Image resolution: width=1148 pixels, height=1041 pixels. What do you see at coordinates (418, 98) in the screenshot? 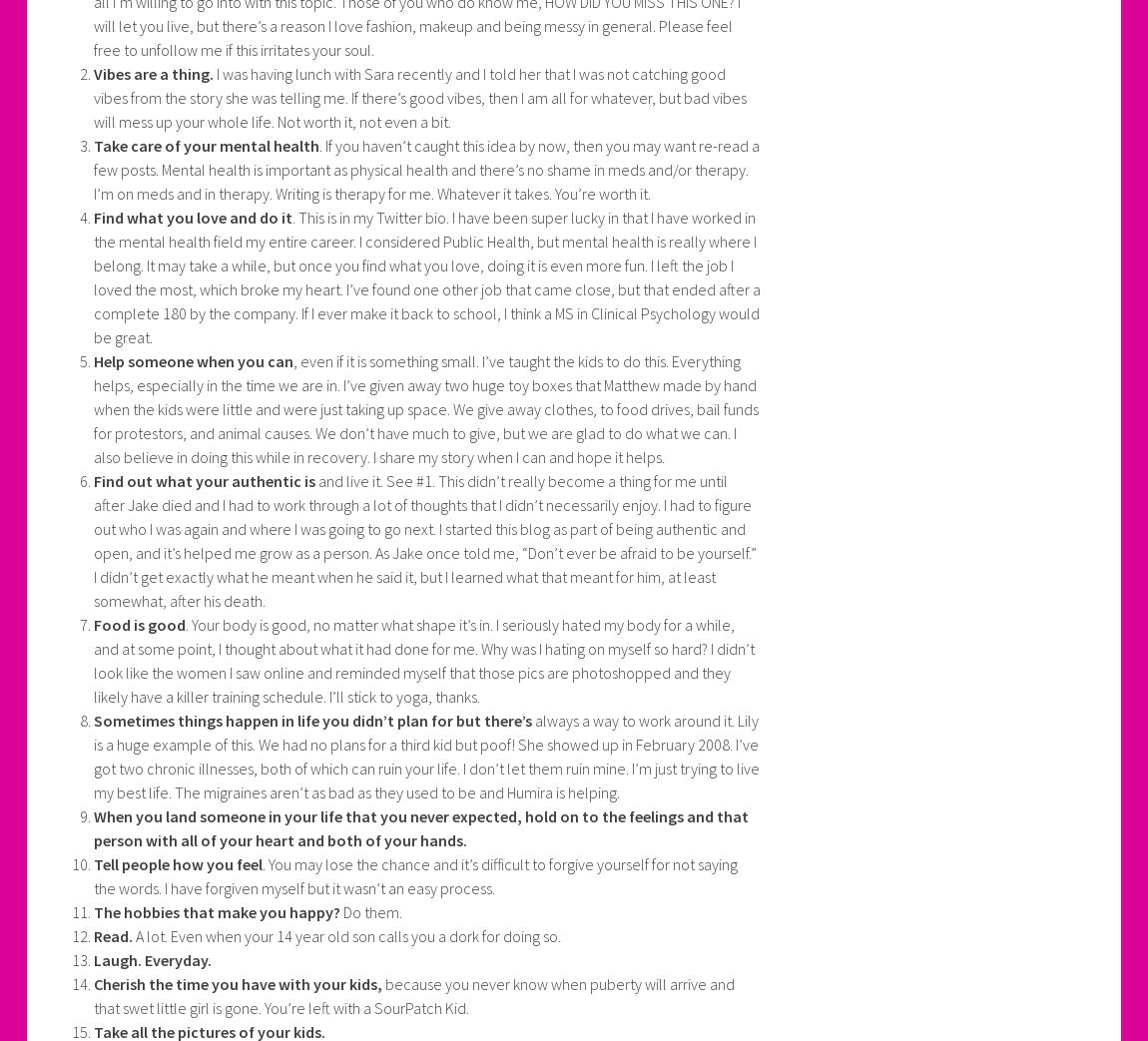
I see `'I was having lunch with Sara recently and I told her that I was not catching good vibes from the story she was telling me. If there’s good vibes, then I am all for whatever, but bad vibes will mess up your whole life. Not worth it, not even a bit.'` at bounding box center [418, 98].